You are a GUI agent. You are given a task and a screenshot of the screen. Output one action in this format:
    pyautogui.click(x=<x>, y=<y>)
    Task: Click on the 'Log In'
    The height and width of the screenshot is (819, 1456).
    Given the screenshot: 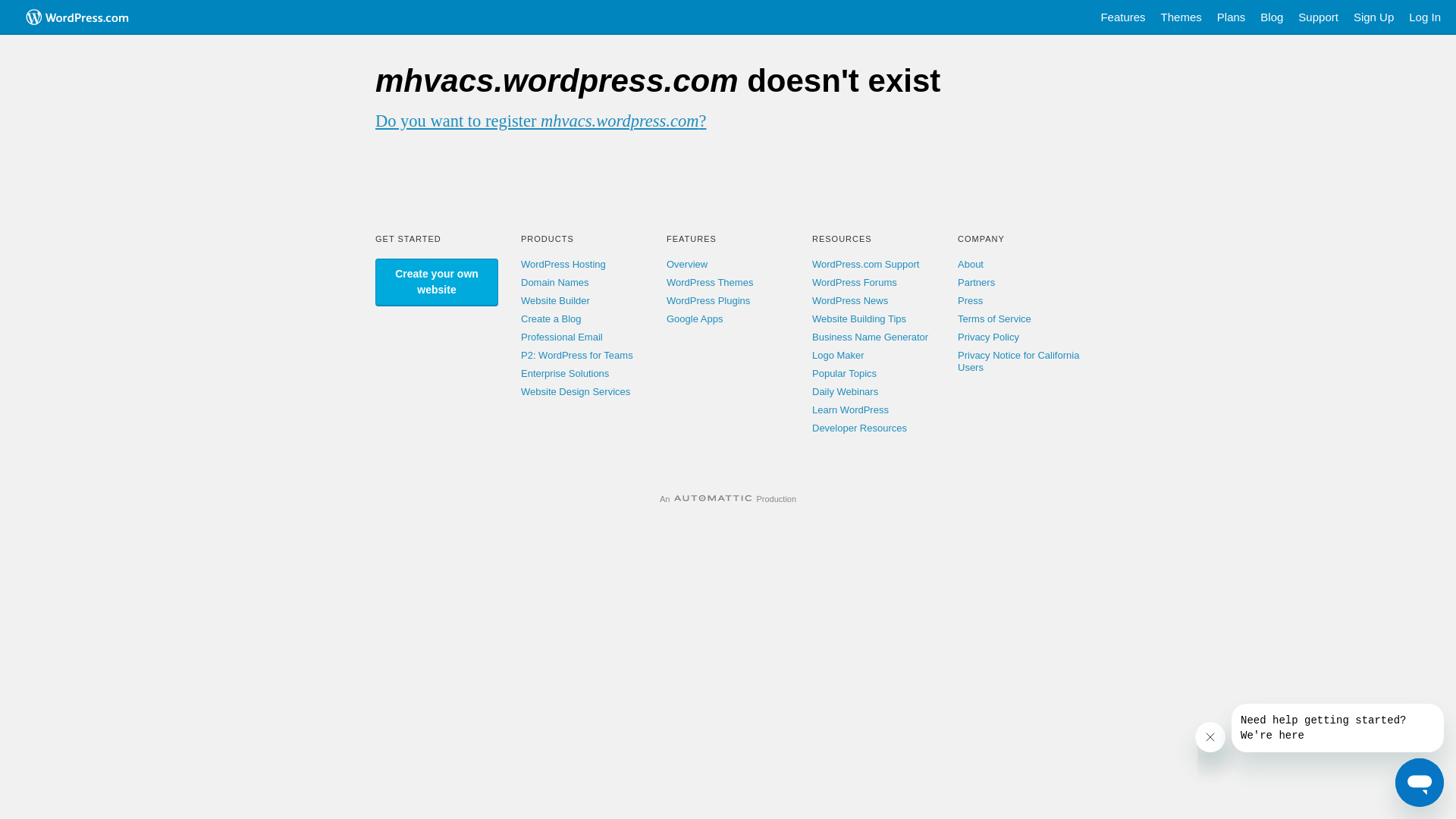 What is the action you would take?
    pyautogui.click(x=1423, y=17)
    